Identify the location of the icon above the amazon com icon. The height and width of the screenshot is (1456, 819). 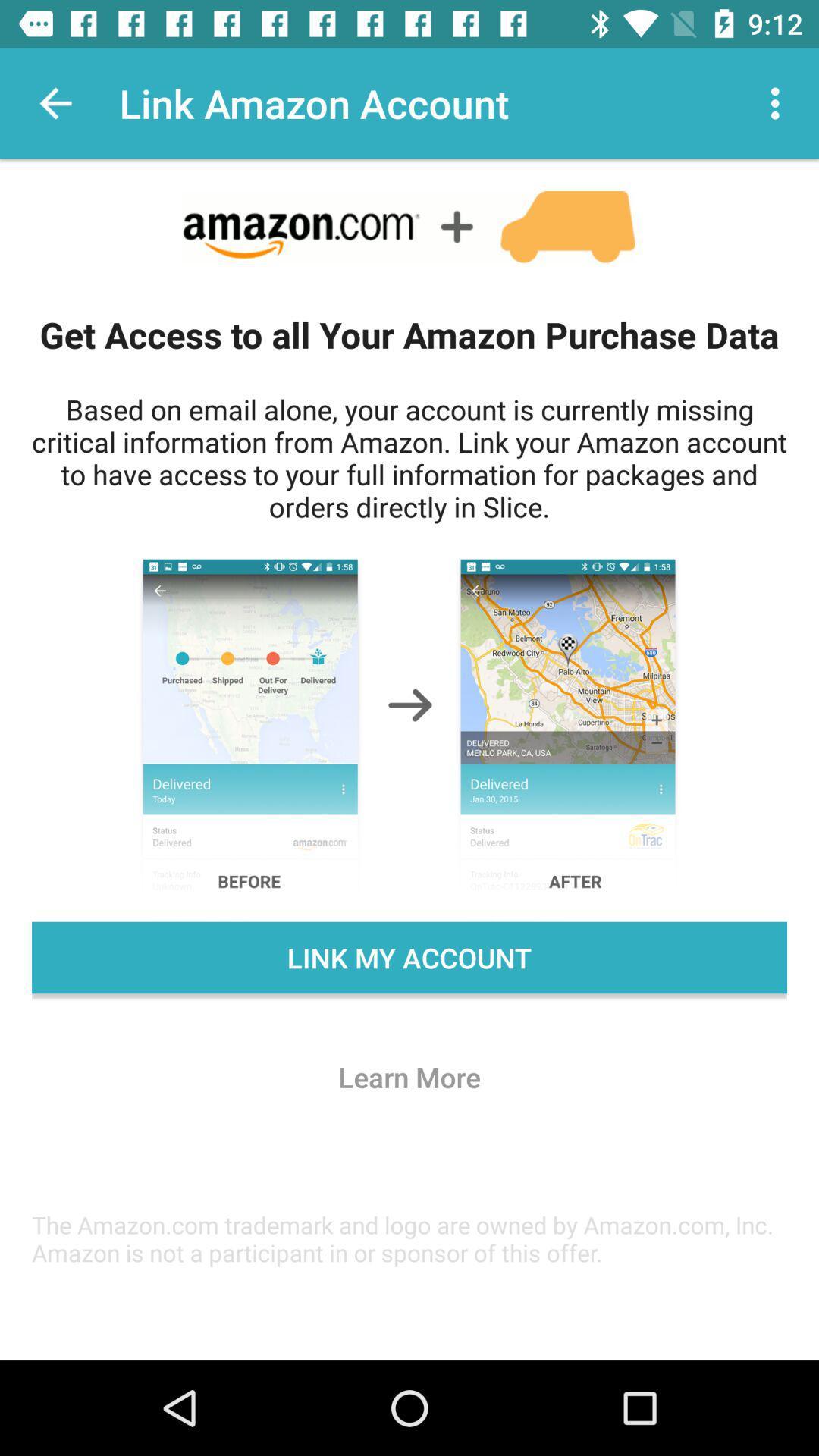
(409, 1076).